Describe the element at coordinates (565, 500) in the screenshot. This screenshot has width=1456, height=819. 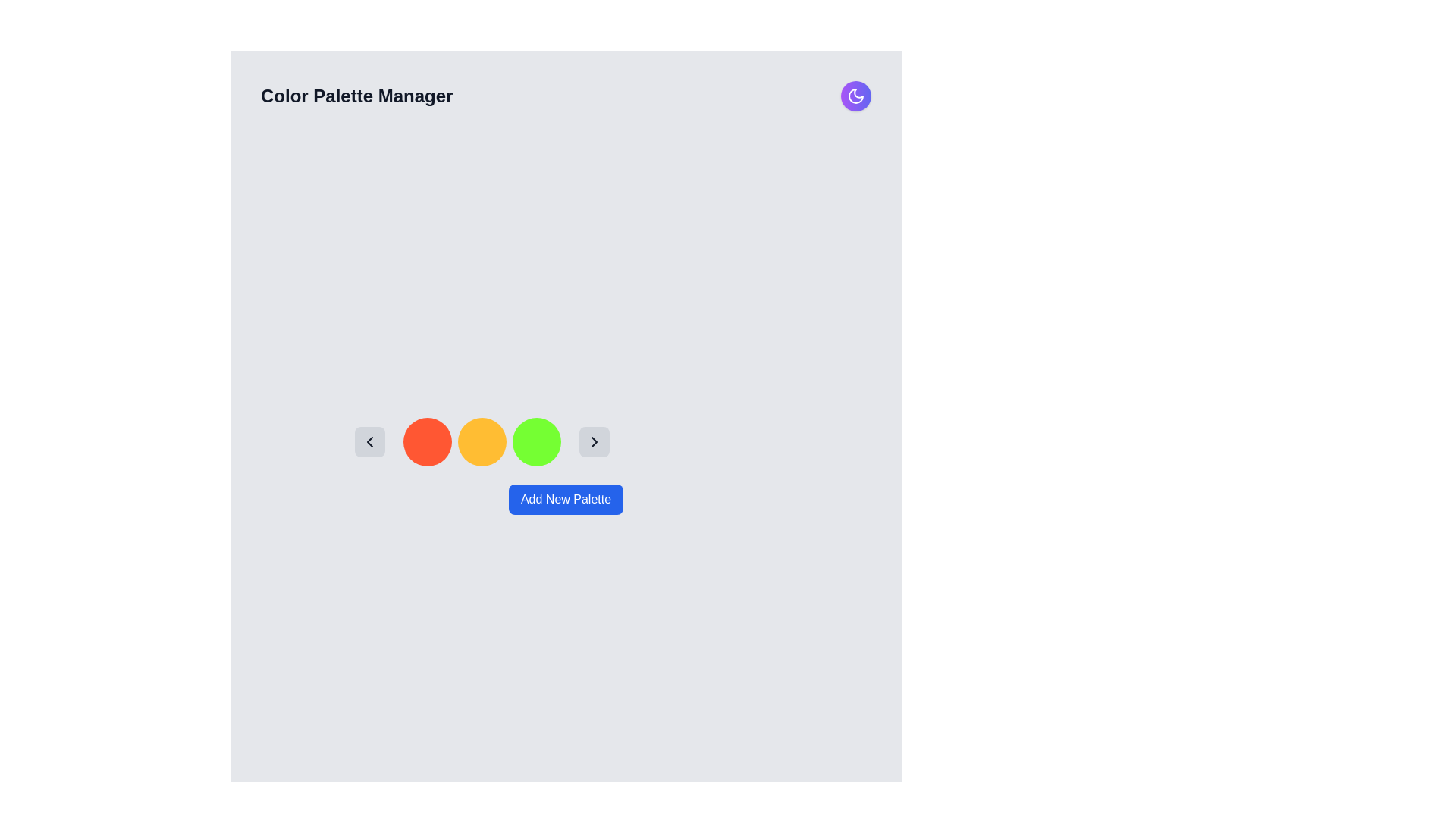
I see `the button located at the center-bottom of the application window` at that location.